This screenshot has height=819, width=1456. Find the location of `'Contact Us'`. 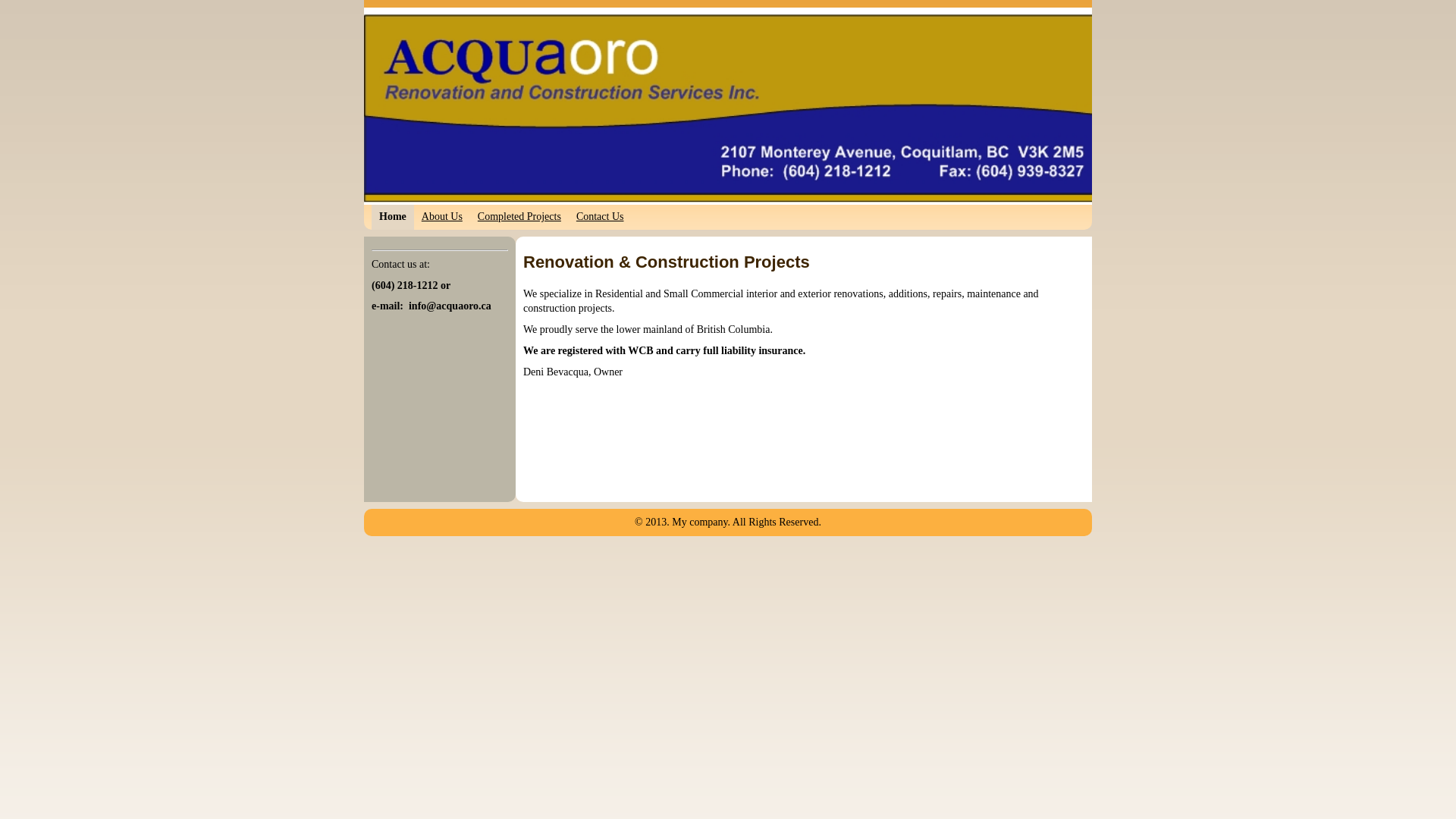

'Contact Us' is located at coordinates (599, 217).